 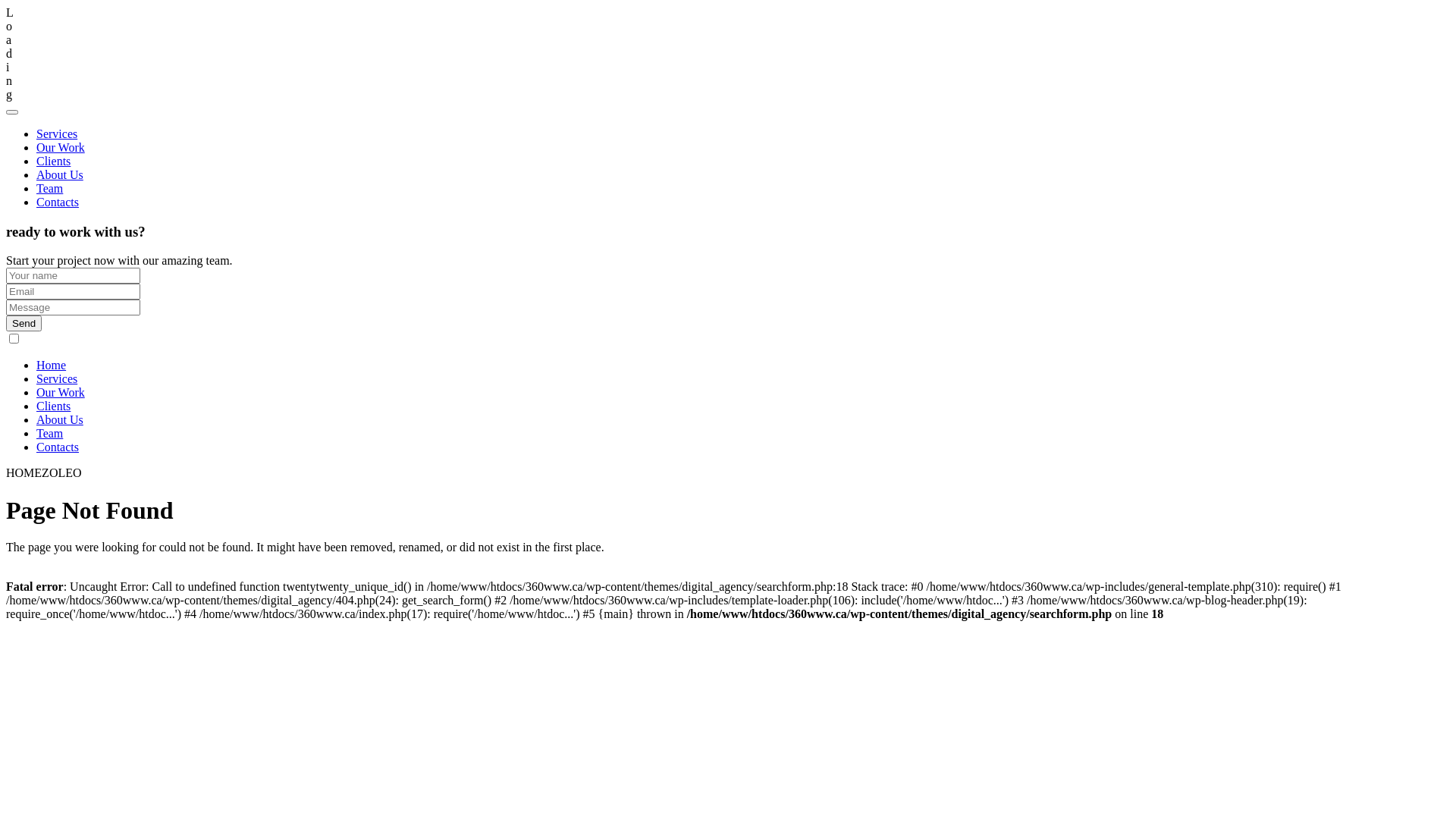 I want to click on 'Contacts', so click(x=58, y=201).